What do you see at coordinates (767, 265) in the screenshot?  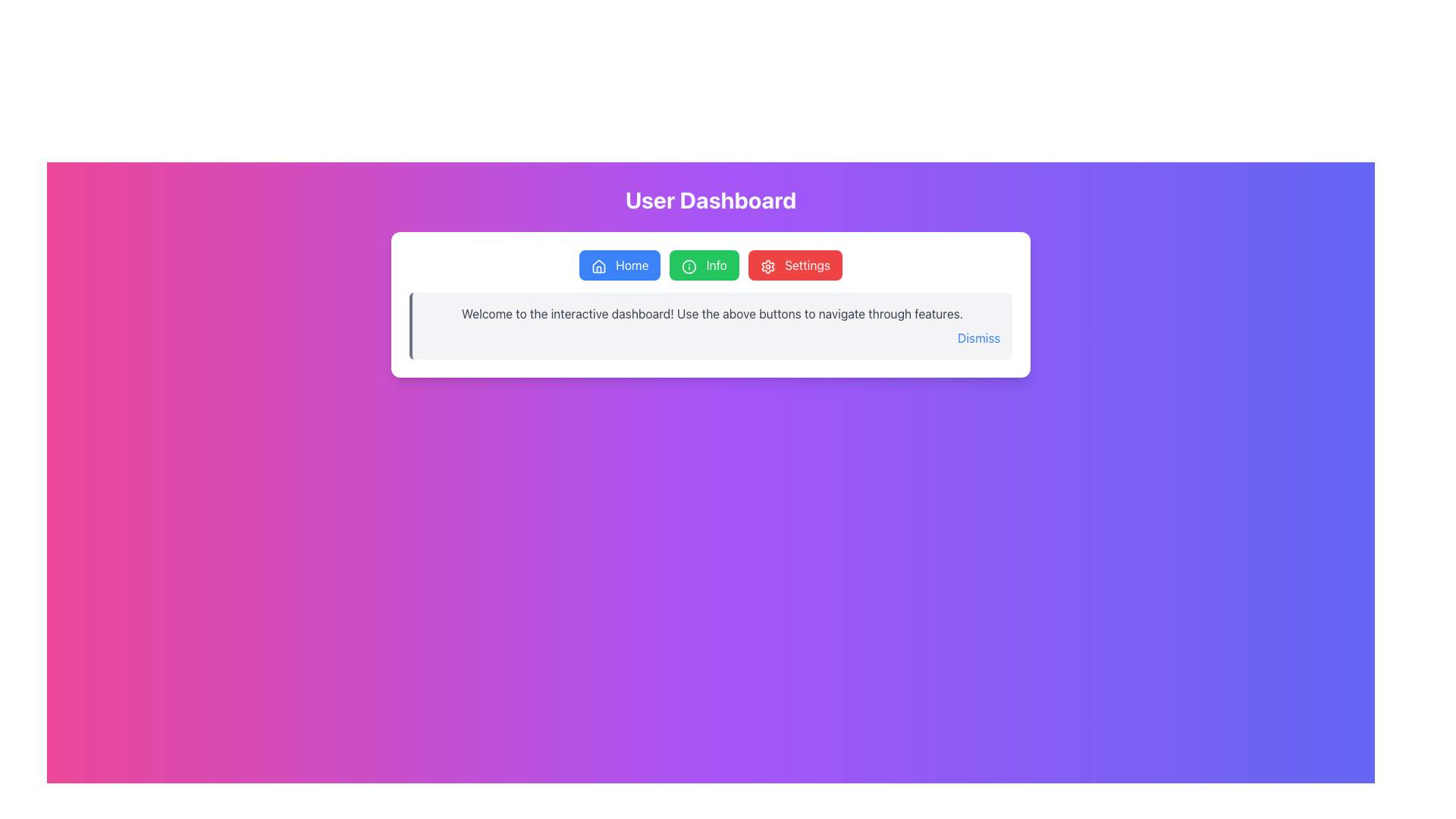 I see `the red 'Settings' button that contains the gear-shaped icon` at bounding box center [767, 265].